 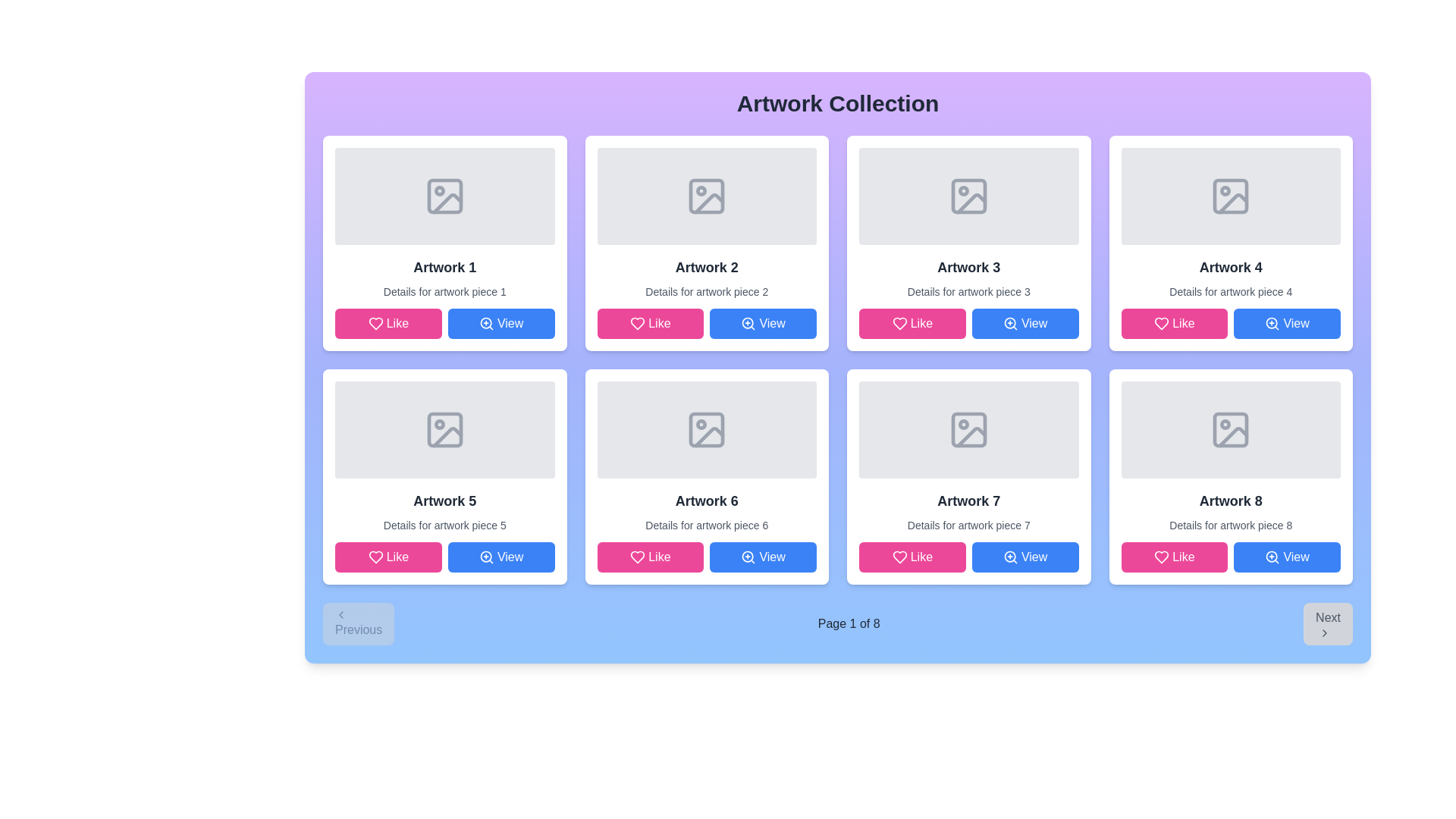 I want to click on the blue 'View' button with white text and a magnifying glass icon located in the second panel from the left in the top row, positioned to the right of the 'Like' button, so click(x=763, y=323).